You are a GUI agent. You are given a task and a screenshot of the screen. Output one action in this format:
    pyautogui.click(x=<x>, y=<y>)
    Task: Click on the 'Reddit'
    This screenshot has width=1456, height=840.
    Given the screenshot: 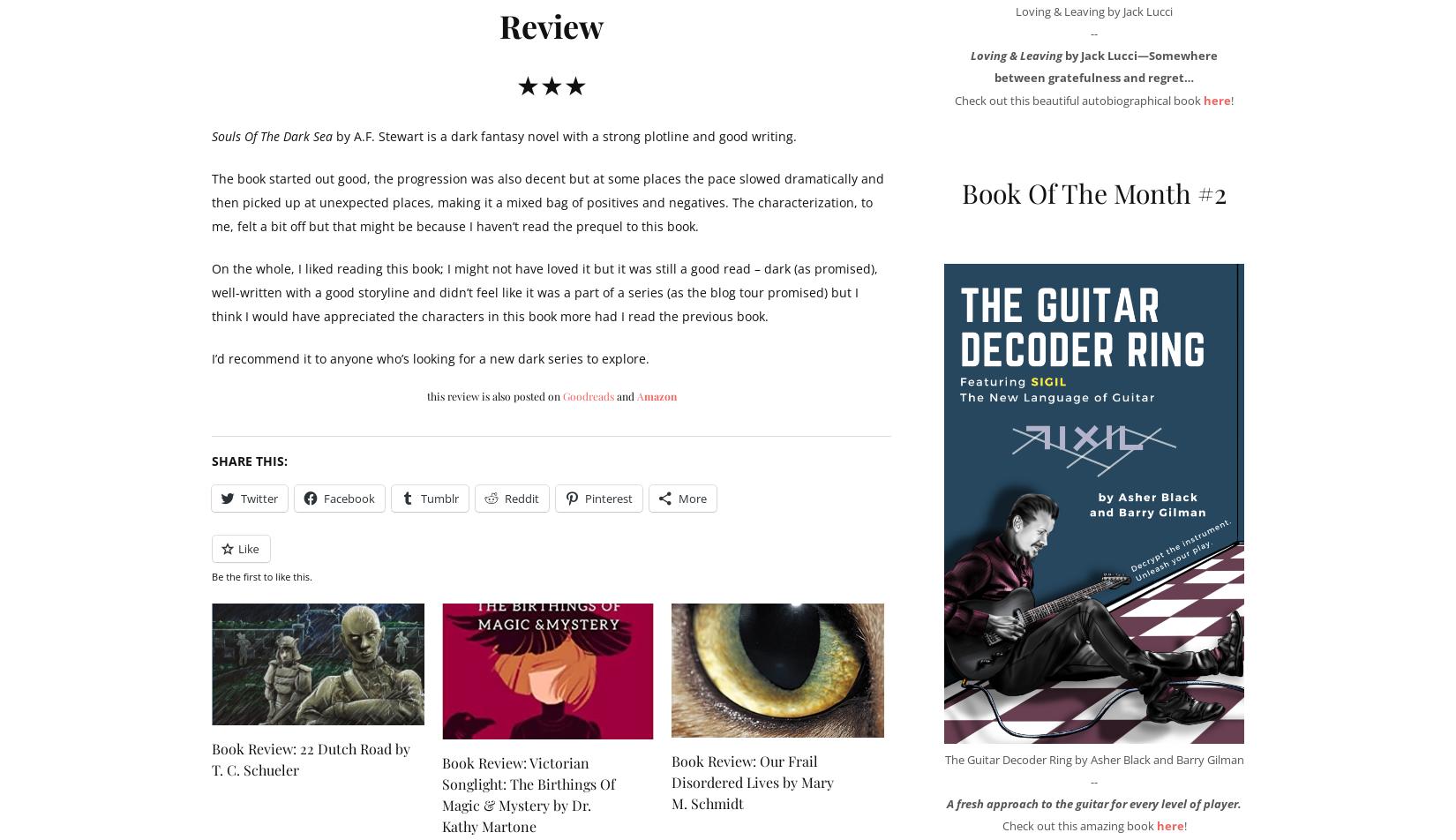 What is the action you would take?
    pyautogui.click(x=521, y=499)
    